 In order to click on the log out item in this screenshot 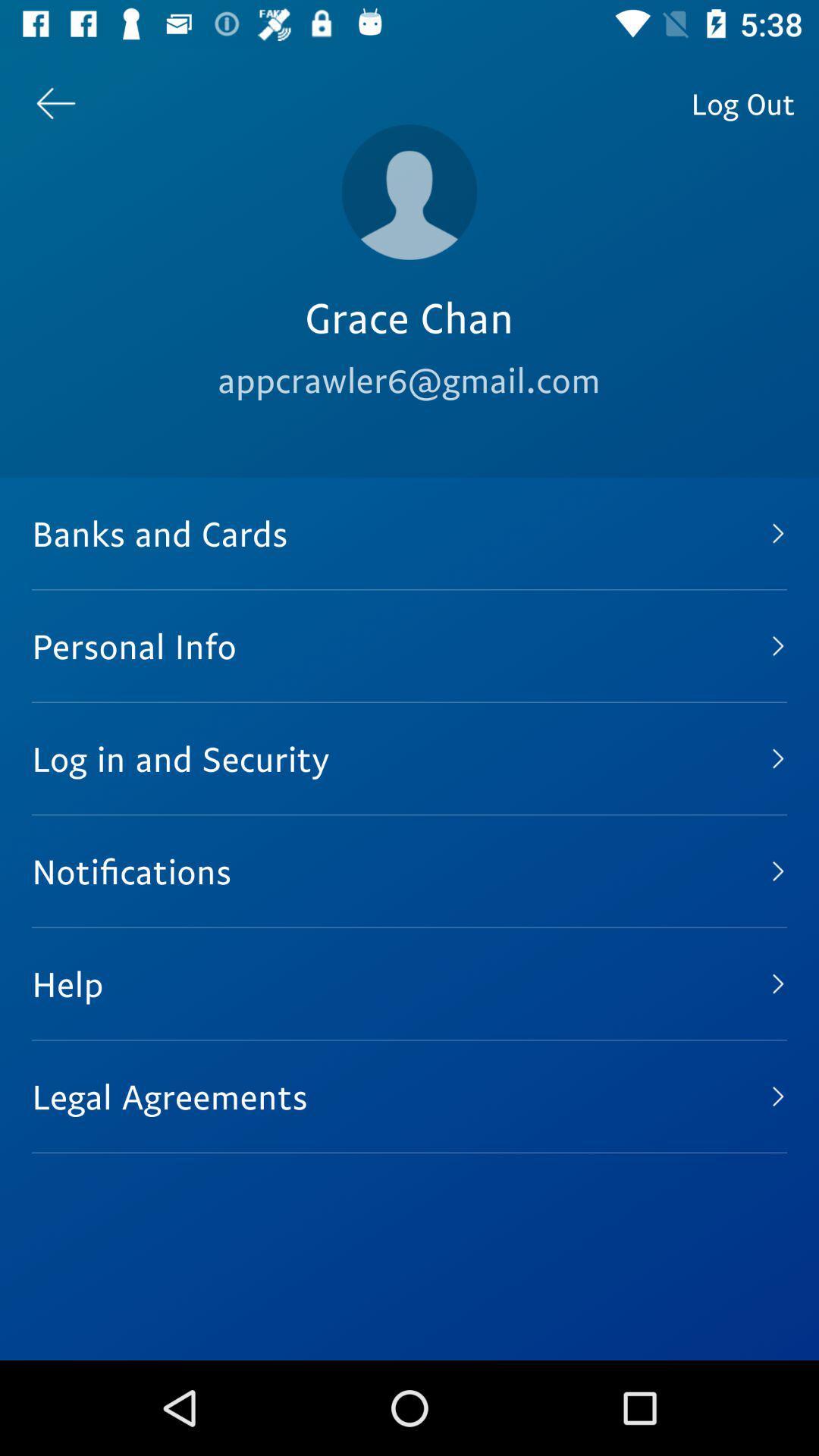, I will do `click(742, 102)`.